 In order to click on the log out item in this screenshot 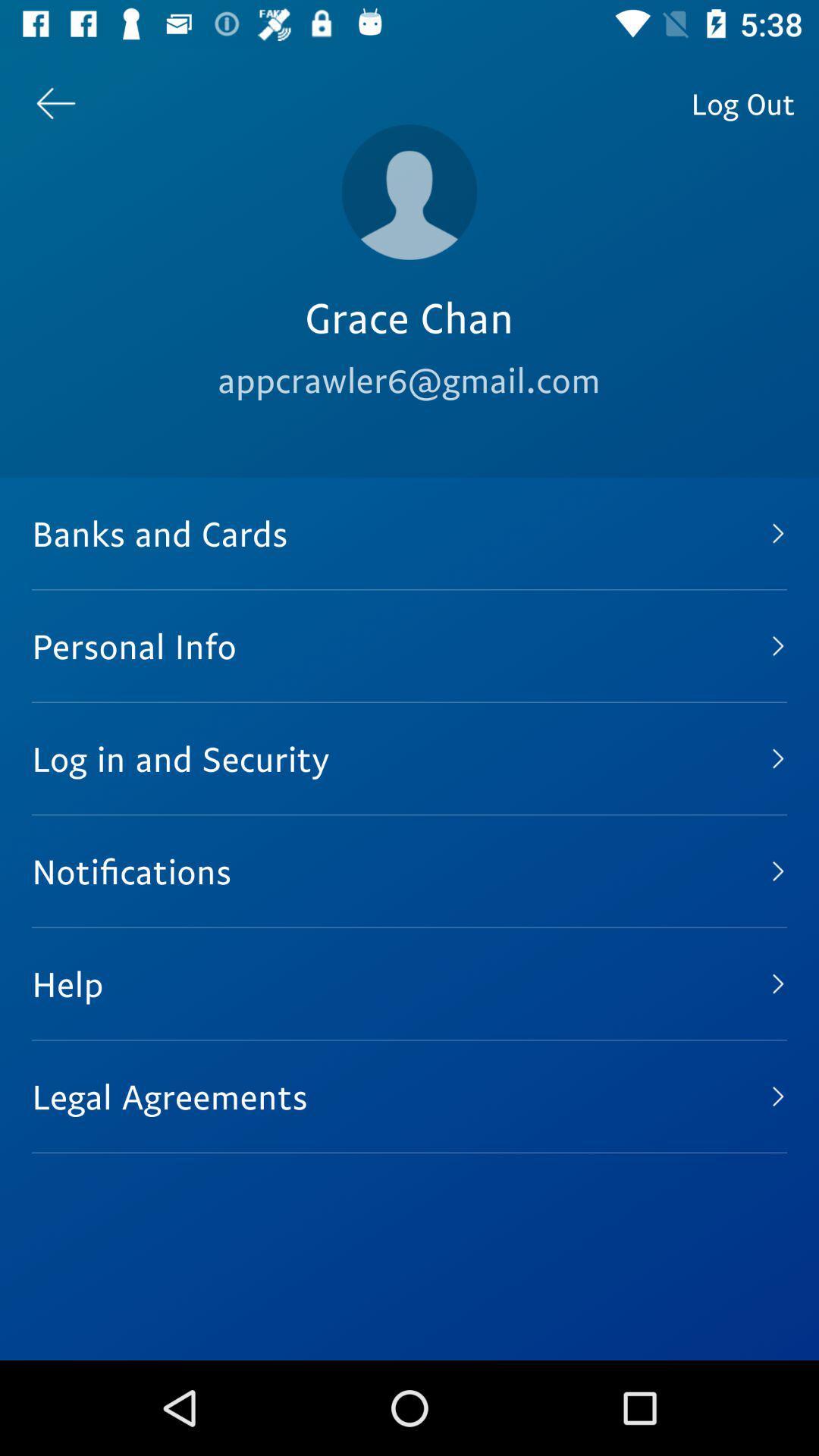, I will do `click(742, 102)`.